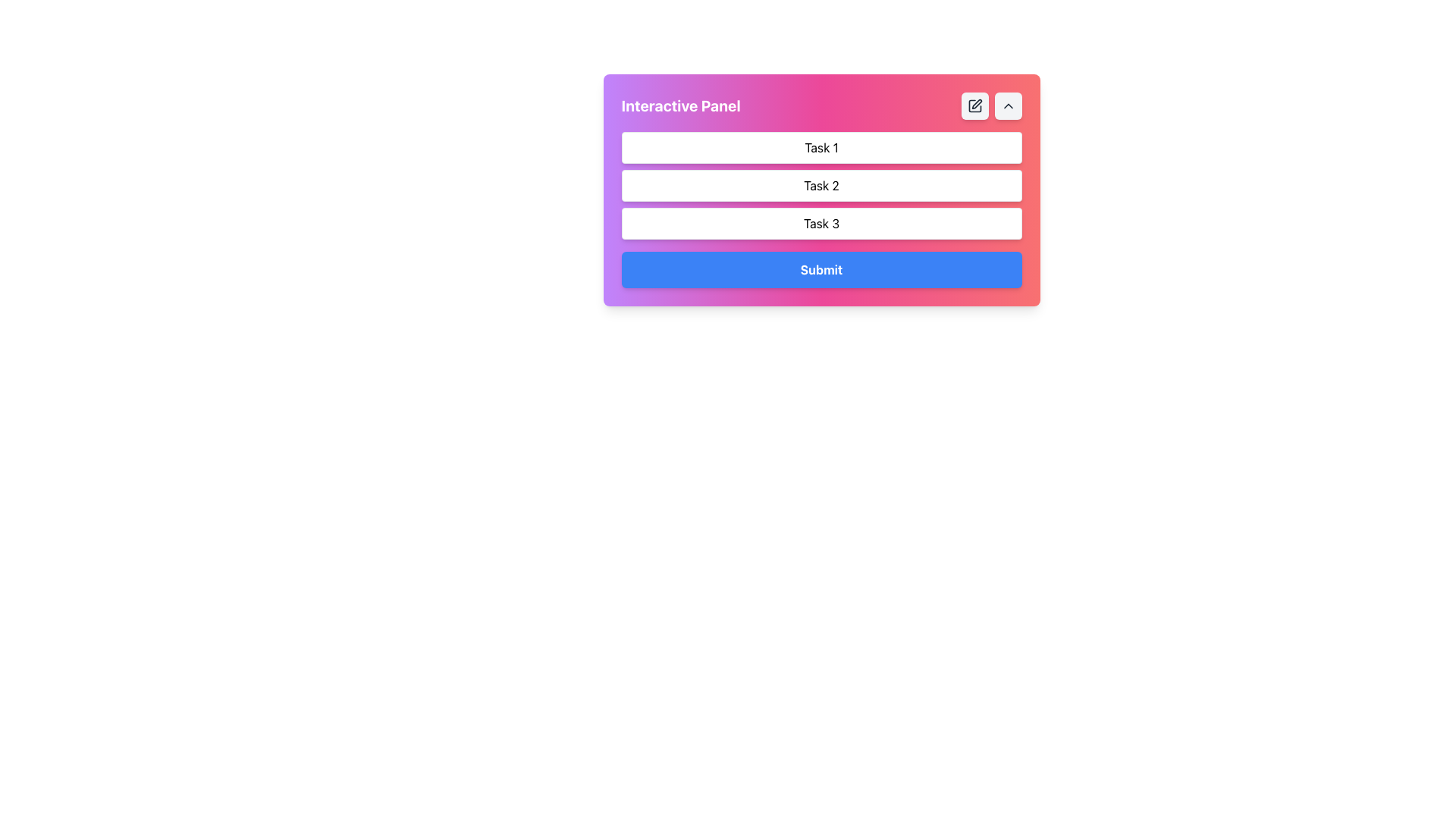 The image size is (1456, 819). Describe the element at coordinates (976, 103) in the screenshot. I see `the edit icon represented by a pencil and square located in the top-right corner of the 'Interactive Panel' card` at that location.